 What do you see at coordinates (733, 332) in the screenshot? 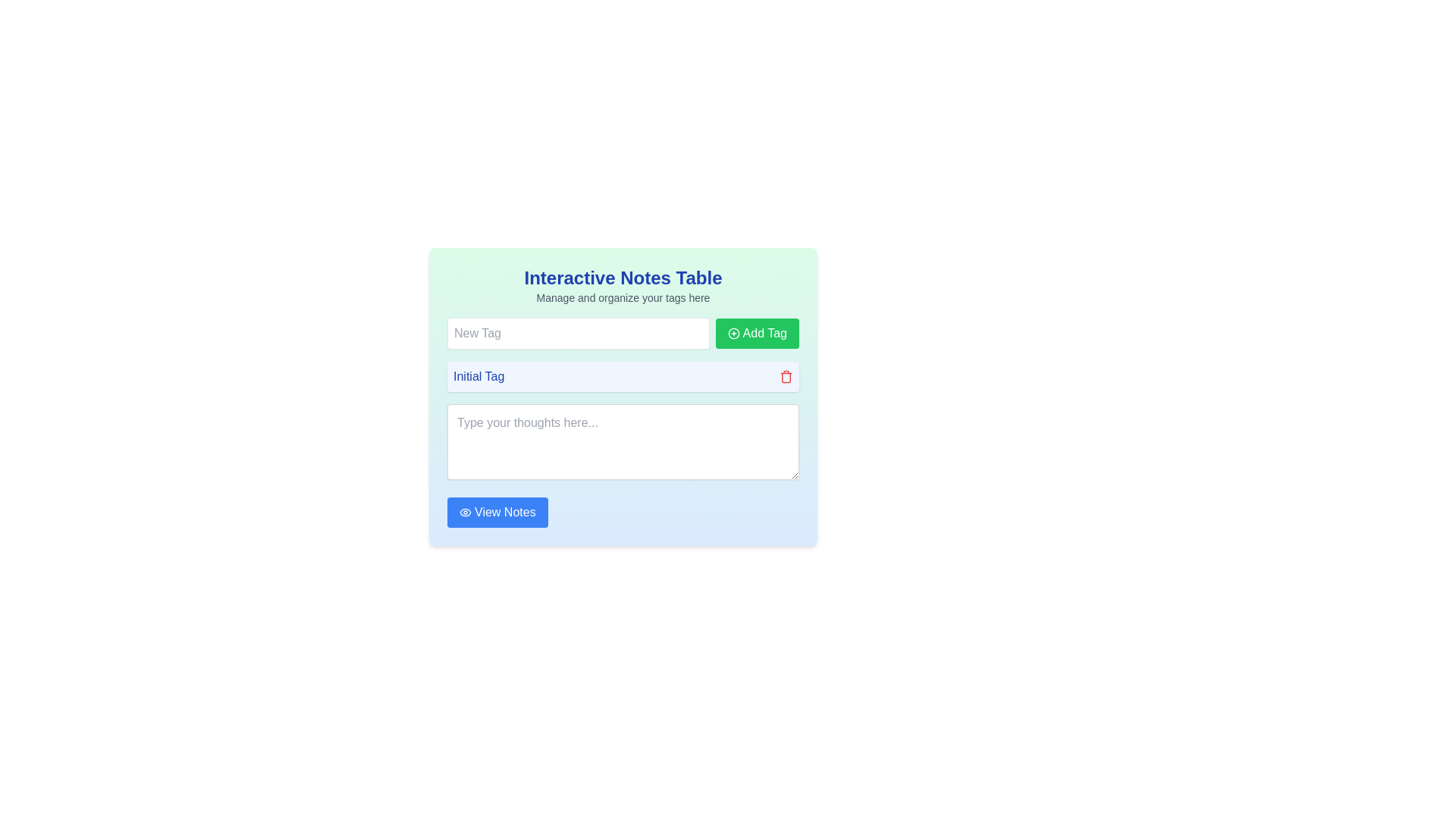
I see `the SVG icon of a circle with a plus sign inside, which is styled with a green background and white foreground elements, located within the 'Add Tag' button near the top-right corner of the interface` at bounding box center [733, 332].